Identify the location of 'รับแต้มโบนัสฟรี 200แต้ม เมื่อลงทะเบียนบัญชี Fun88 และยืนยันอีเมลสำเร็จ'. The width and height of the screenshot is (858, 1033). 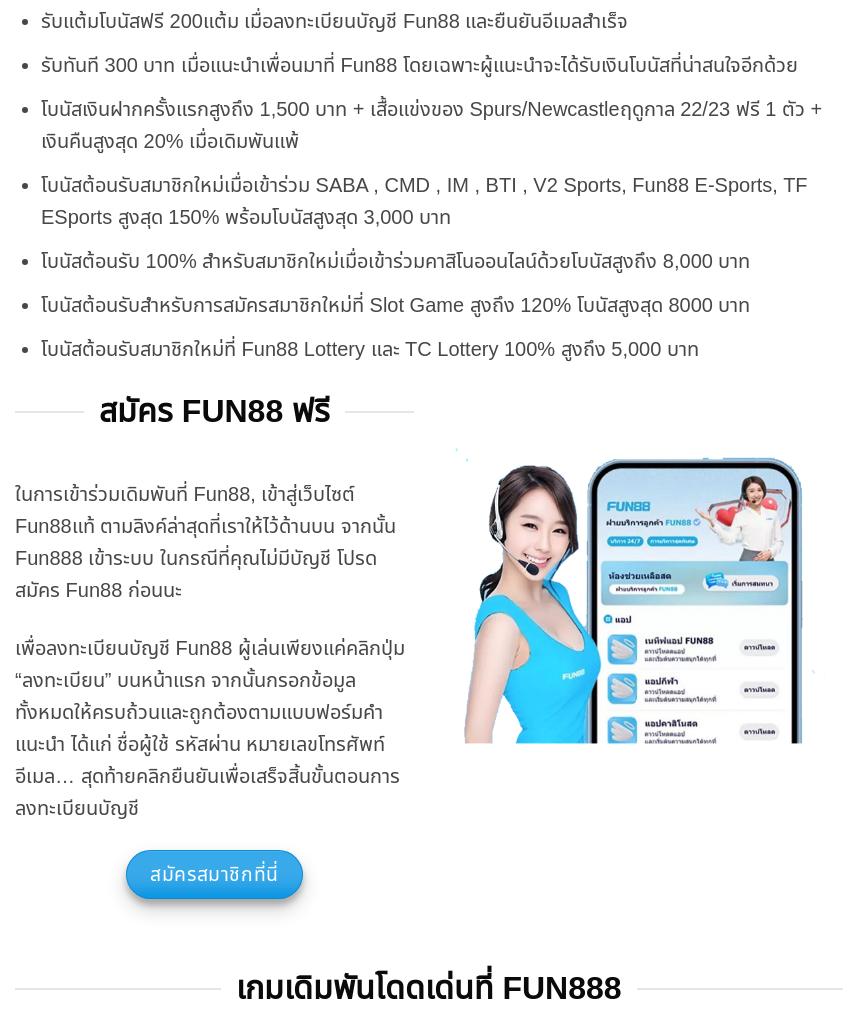
(333, 20).